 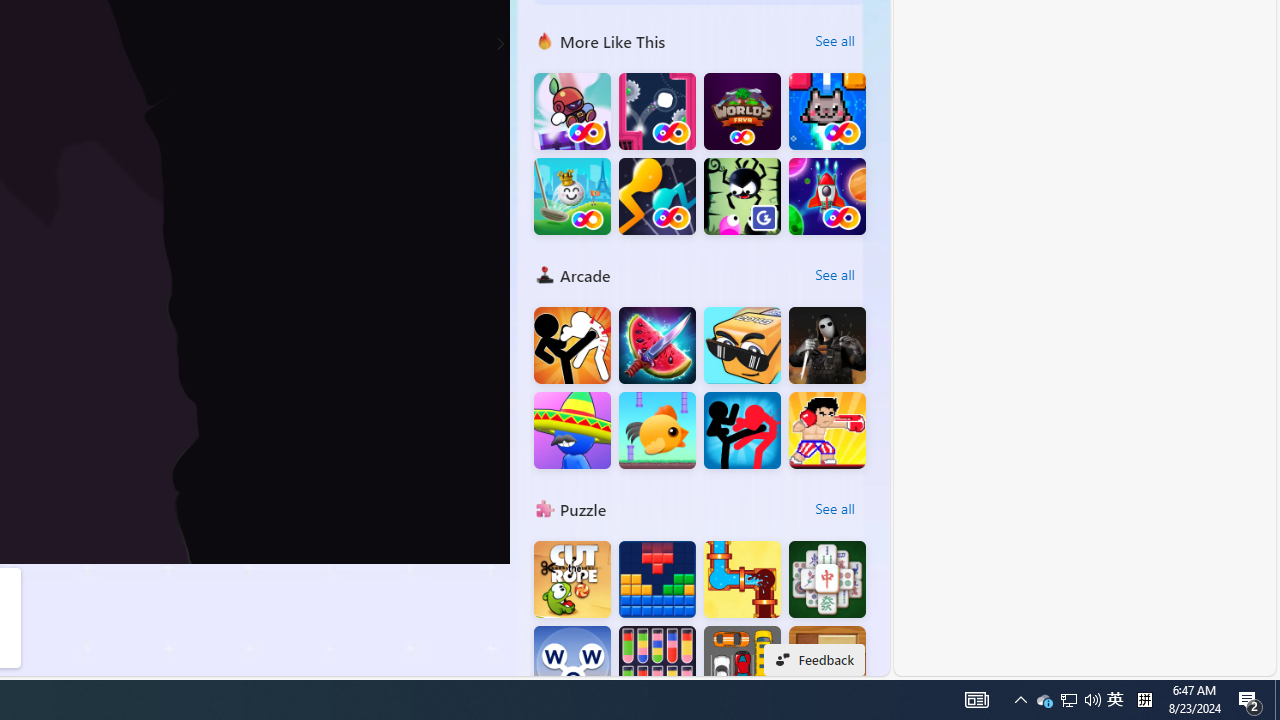 What do you see at coordinates (827, 579) in the screenshot?
I see `'Solitaire Mahjong Classic'` at bounding box center [827, 579].